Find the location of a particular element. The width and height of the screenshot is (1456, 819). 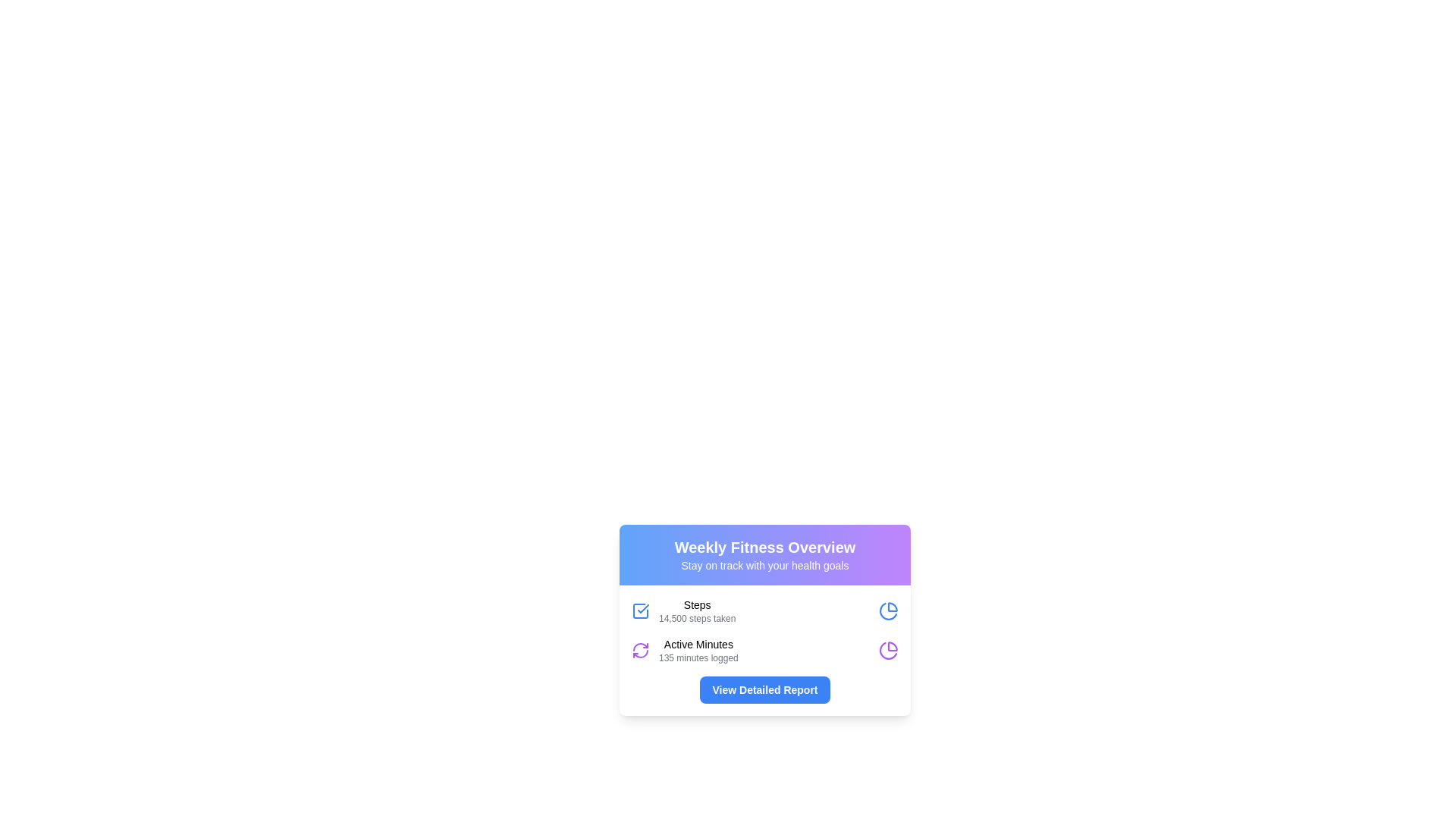

the SVG graphical element forming part of the pie chart icon, located in the upper-right quadrant of the chart, above the 'View Detailed Report' button in the 'Weekly Fitness Overview' card is located at coordinates (893, 646).